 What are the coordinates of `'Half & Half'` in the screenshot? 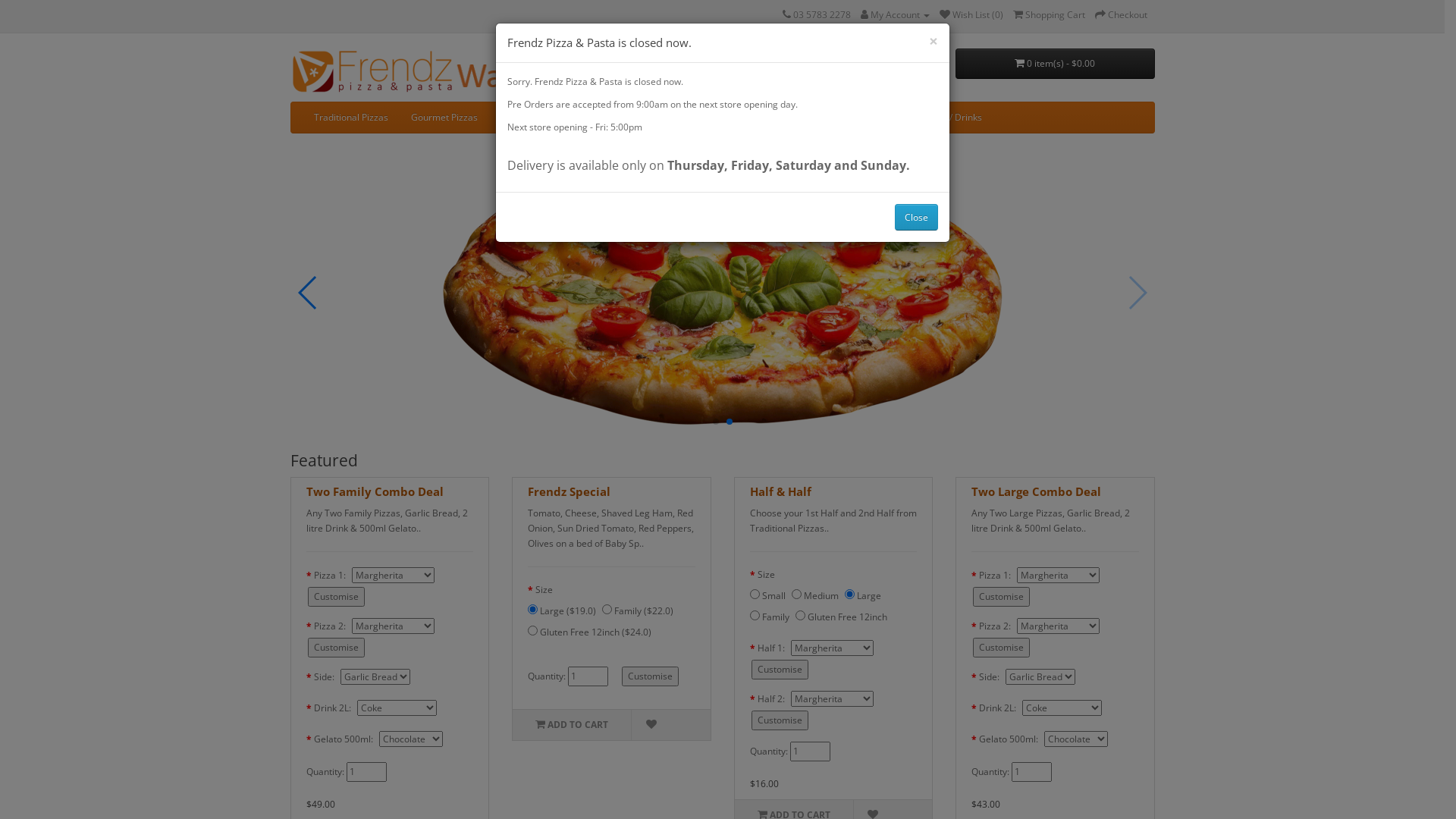 It's located at (780, 491).